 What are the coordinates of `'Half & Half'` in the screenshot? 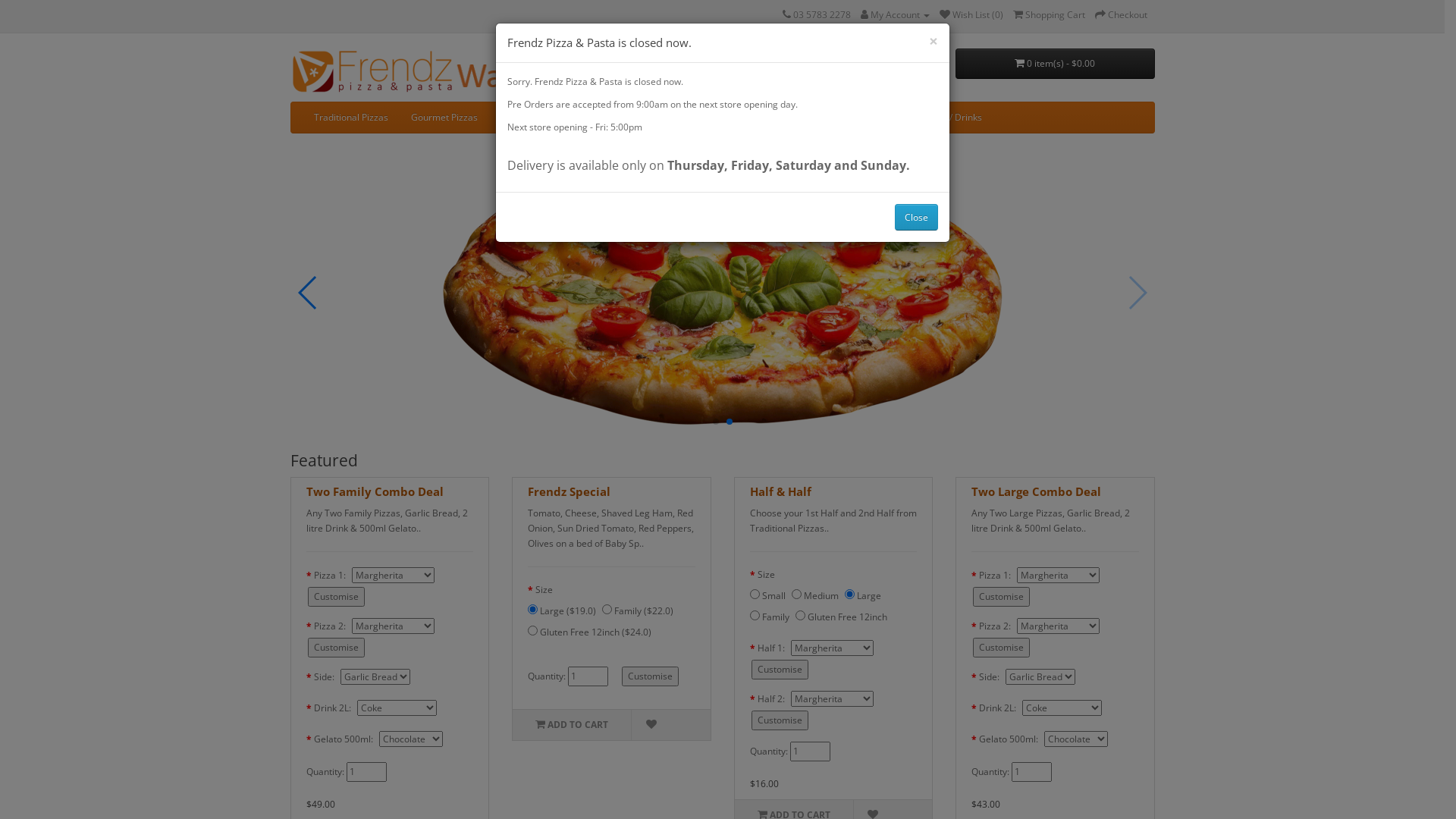 It's located at (780, 491).